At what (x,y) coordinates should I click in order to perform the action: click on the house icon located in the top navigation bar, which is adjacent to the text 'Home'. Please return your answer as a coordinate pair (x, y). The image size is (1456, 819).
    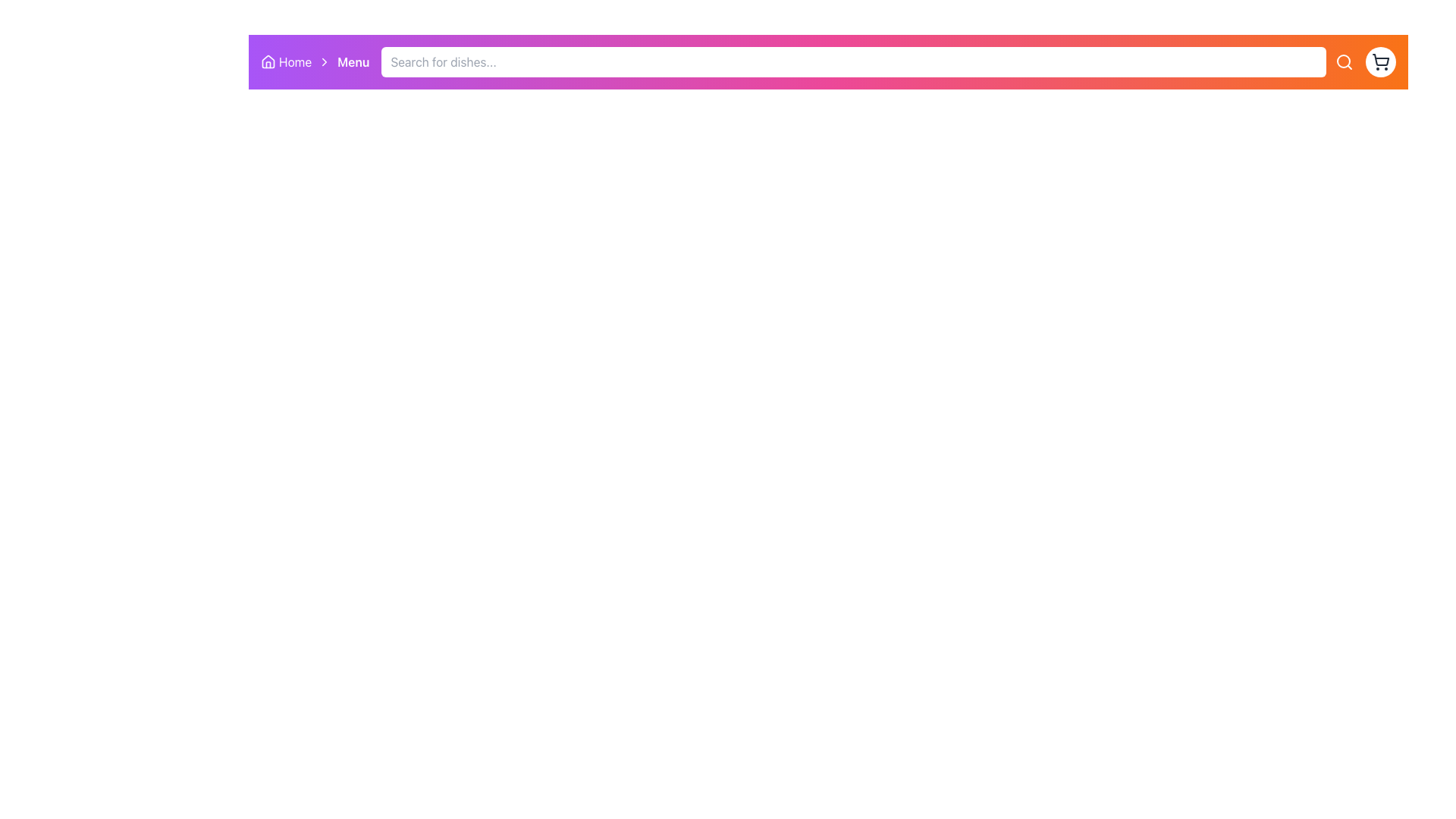
    Looking at the image, I should click on (268, 61).